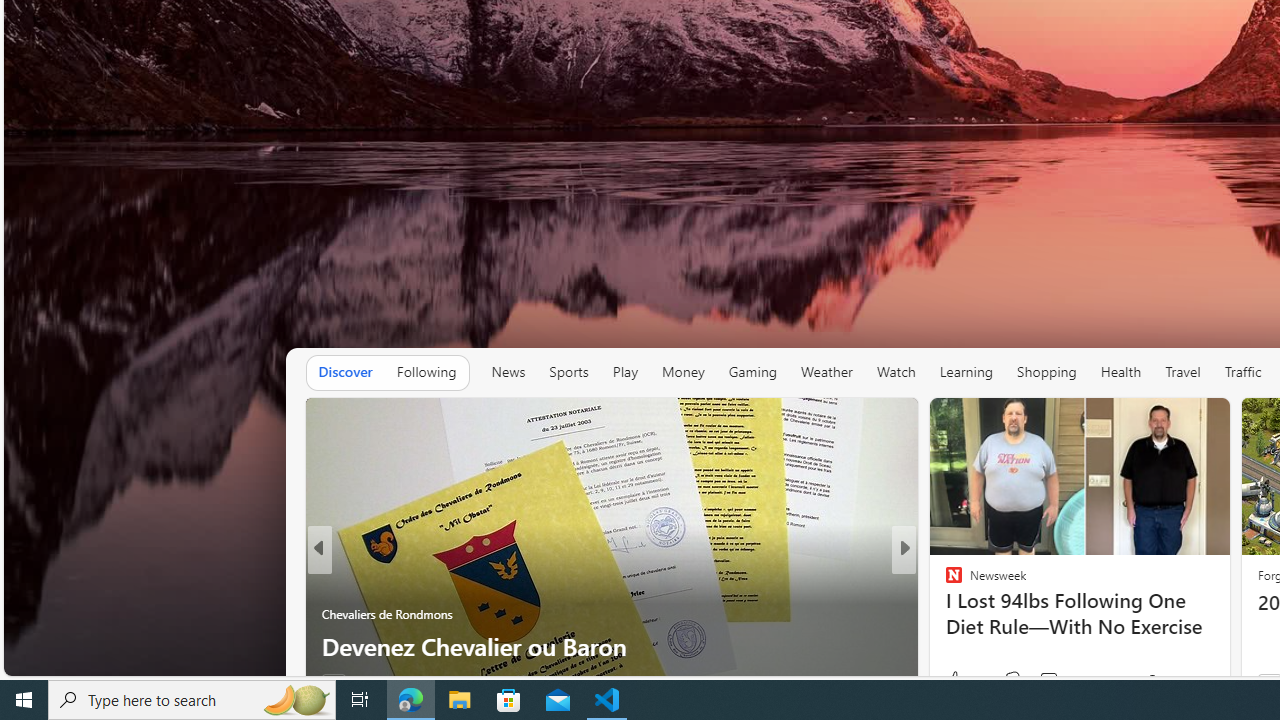 The image size is (1280, 720). What do you see at coordinates (955, 680) in the screenshot?
I see `'56 Like'` at bounding box center [955, 680].